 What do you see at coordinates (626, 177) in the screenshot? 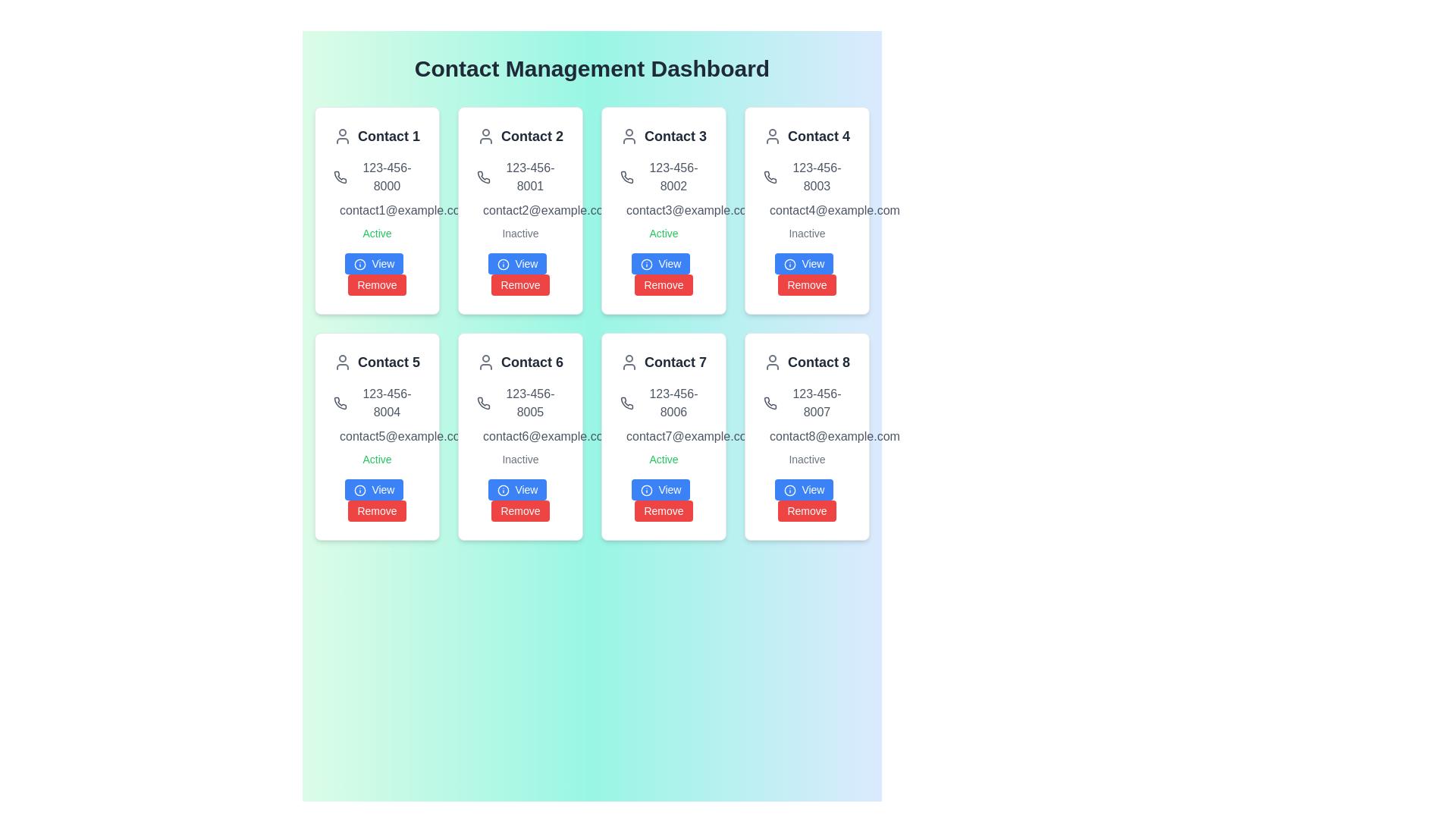
I see `the telephone receiver icon` at bounding box center [626, 177].